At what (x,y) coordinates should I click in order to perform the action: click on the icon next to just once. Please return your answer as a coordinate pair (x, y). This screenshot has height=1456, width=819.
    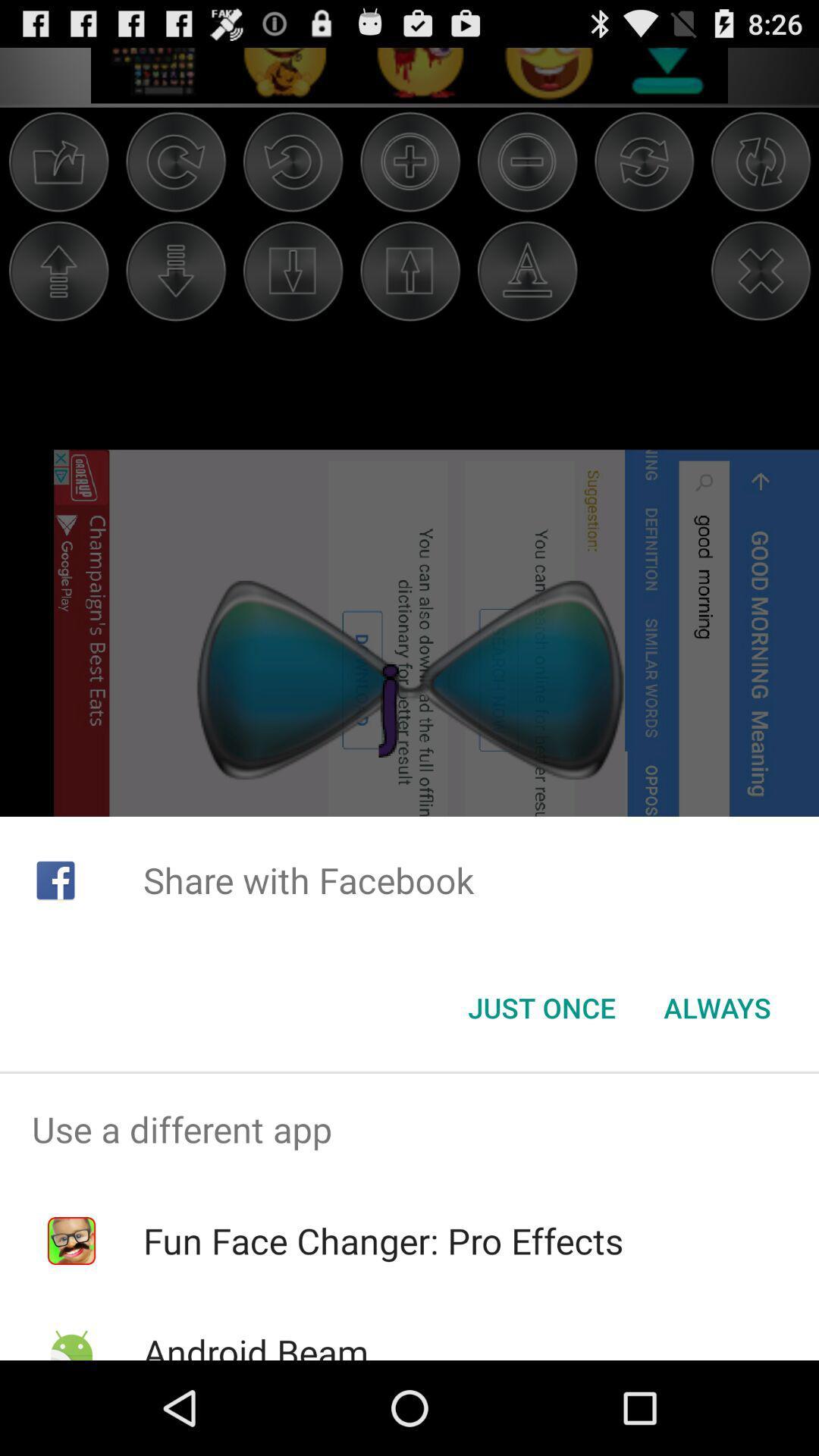
    Looking at the image, I should click on (717, 1008).